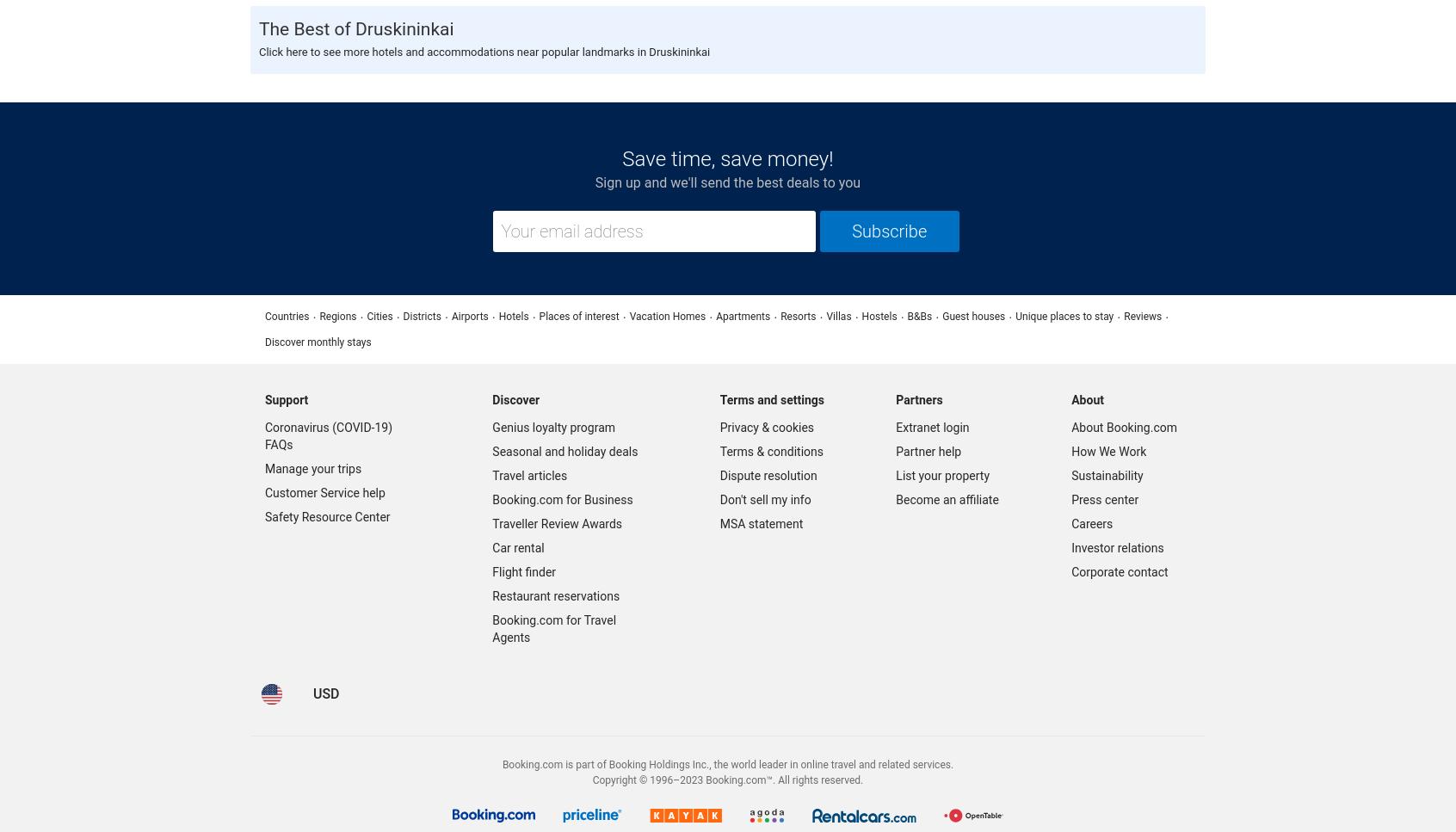 This screenshot has width=1456, height=832. What do you see at coordinates (1118, 570) in the screenshot?
I see `'Corporate contact'` at bounding box center [1118, 570].